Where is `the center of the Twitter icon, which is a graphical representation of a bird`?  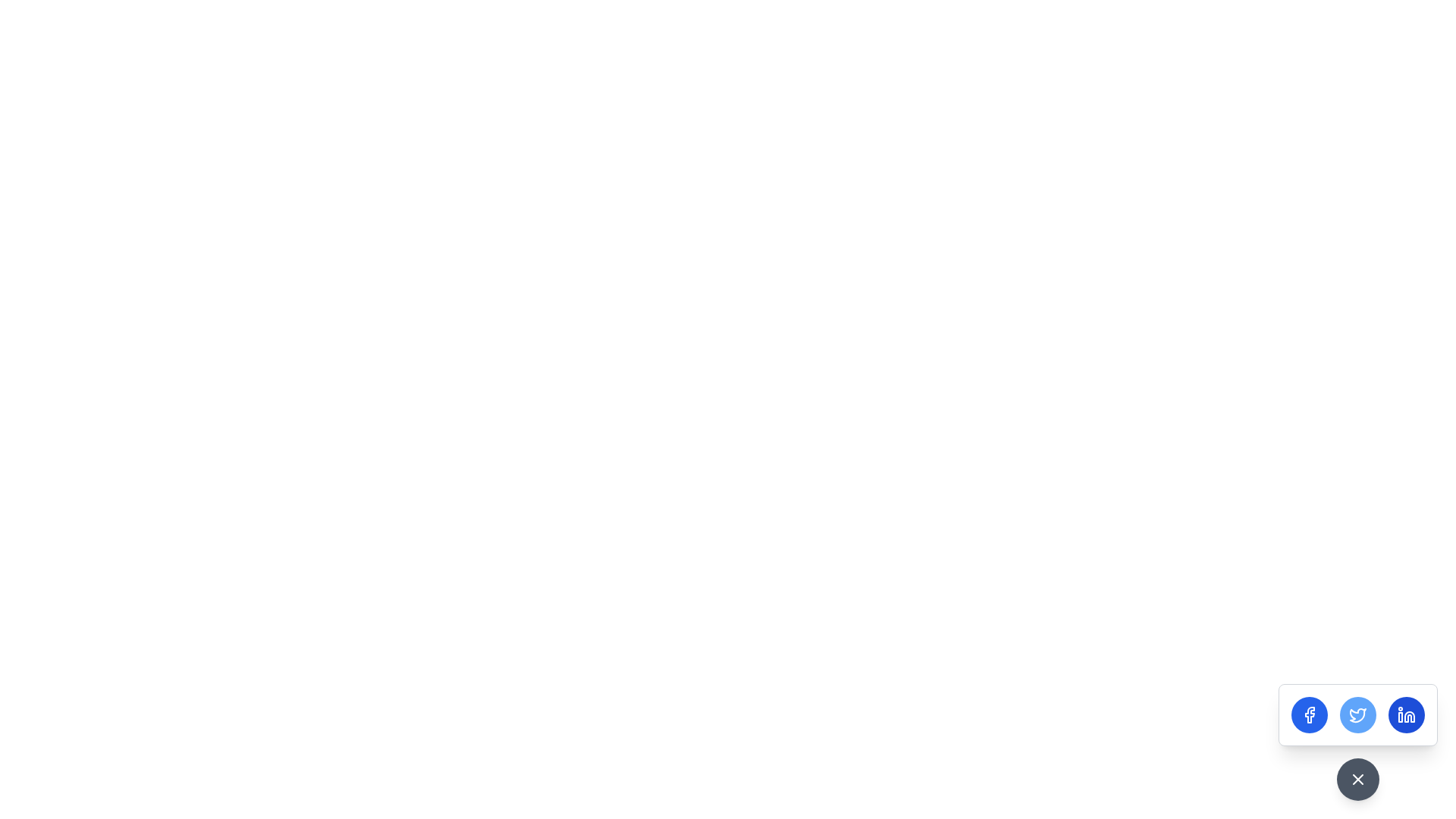
the center of the Twitter icon, which is a graphical representation of a bird is located at coordinates (1357, 714).